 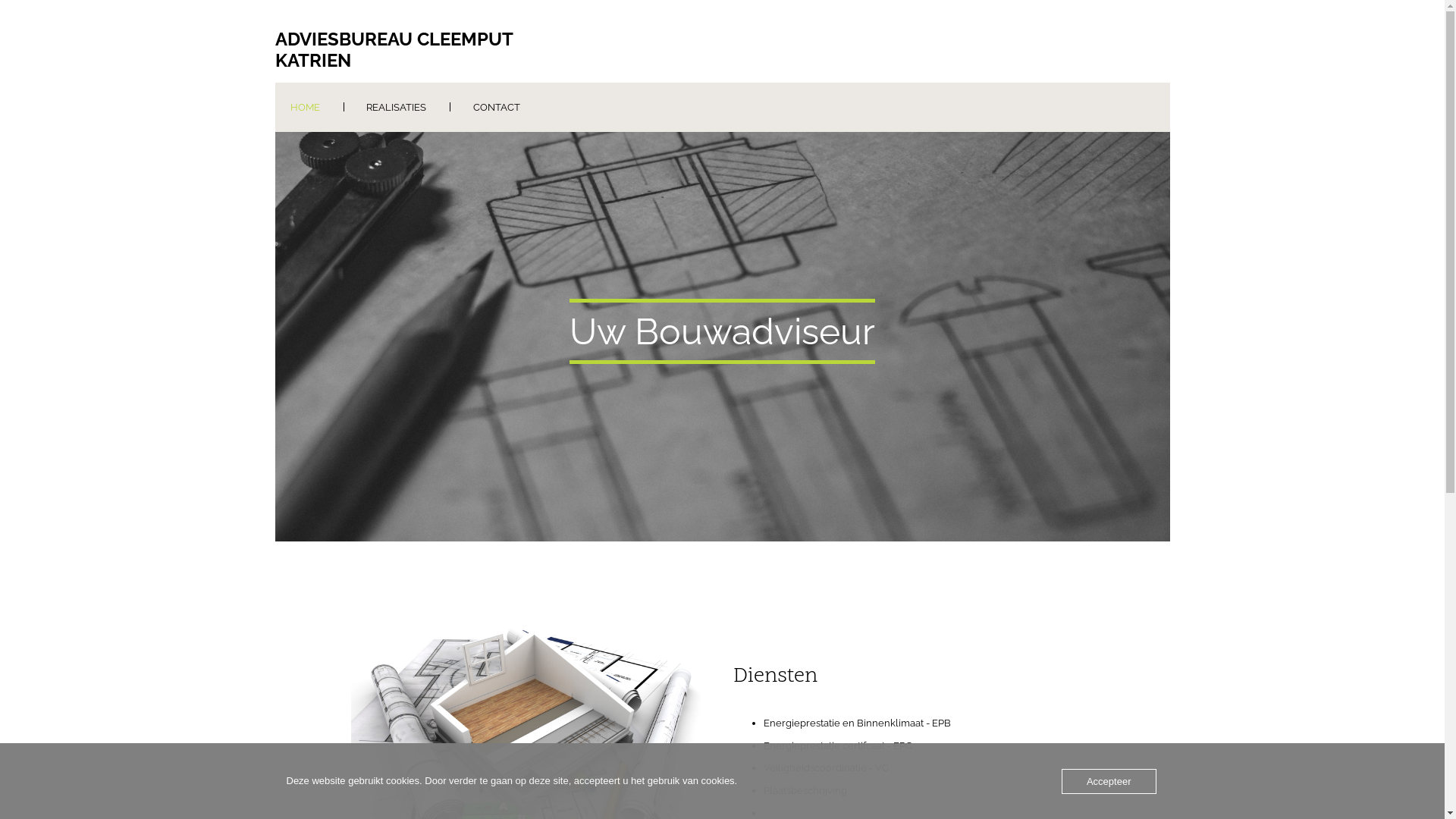 What do you see at coordinates (303, 106) in the screenshot?
I see `'HOME'` at bounding box center [303, 106].